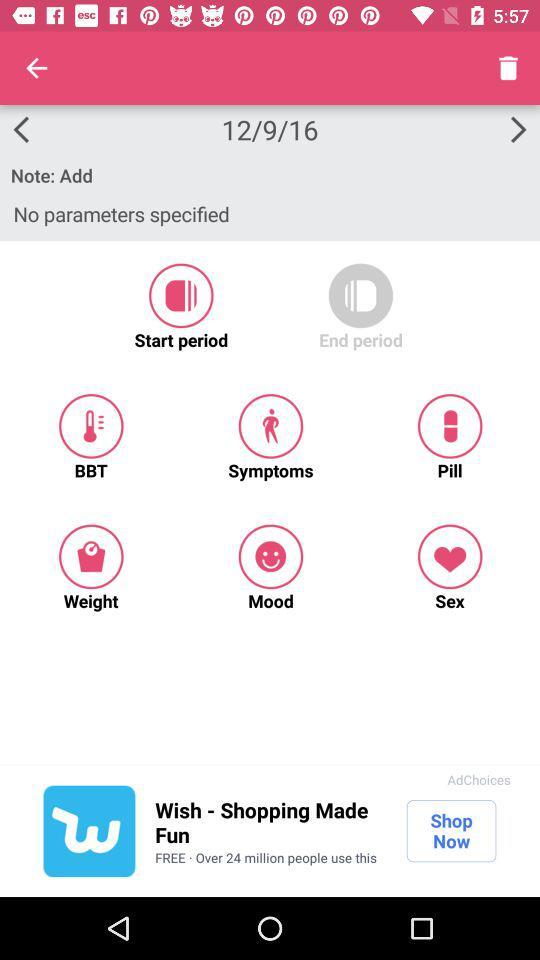 Image resolution: width=540 pixels, height=960 pixels. I want to click on wish advertisement, so click(88, 831).